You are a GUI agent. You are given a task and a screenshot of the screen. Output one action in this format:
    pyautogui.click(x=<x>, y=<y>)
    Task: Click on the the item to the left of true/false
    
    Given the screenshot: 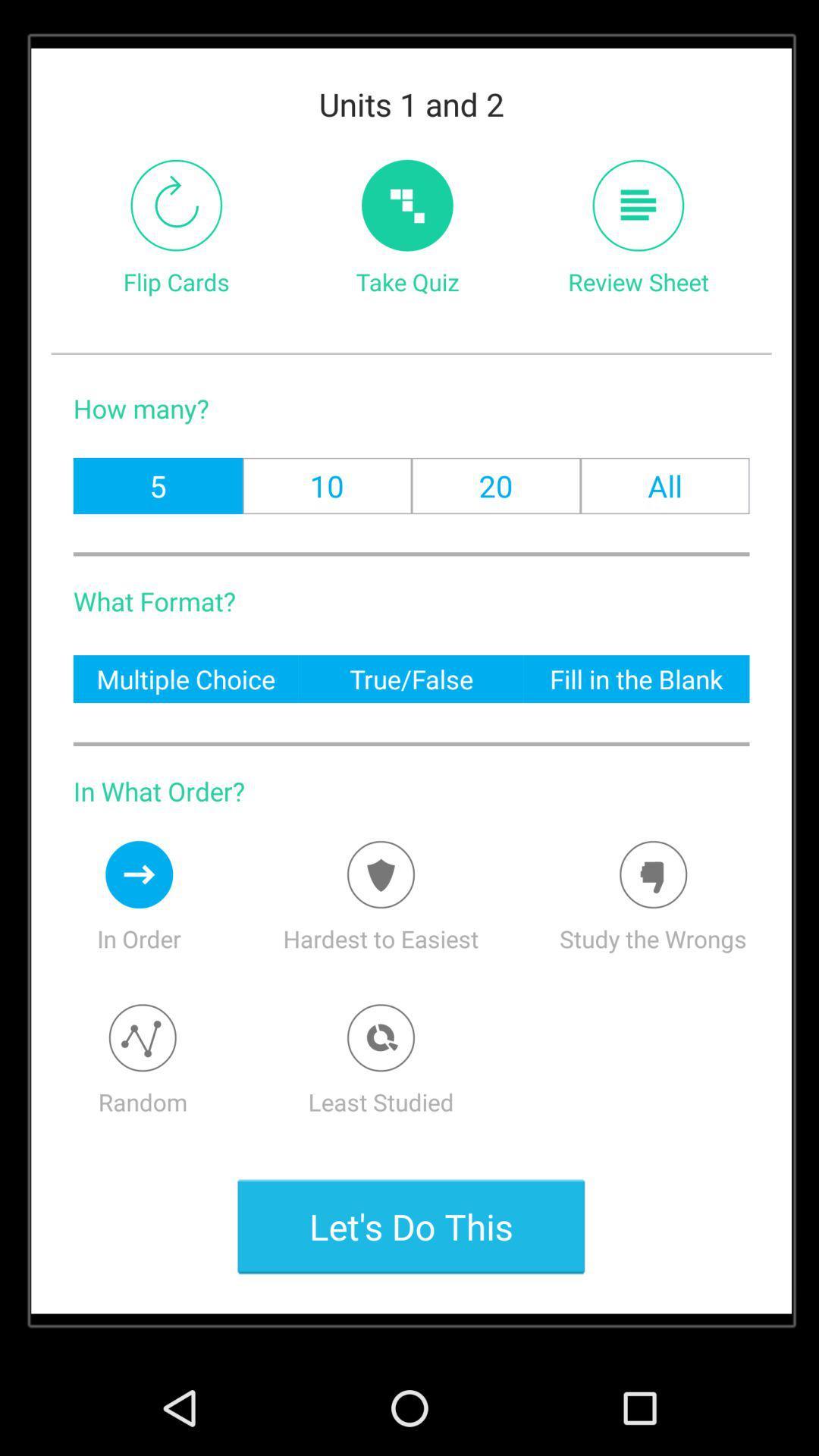 What is the action you would take?
    pyautogui.click(x=185, y=678)
    